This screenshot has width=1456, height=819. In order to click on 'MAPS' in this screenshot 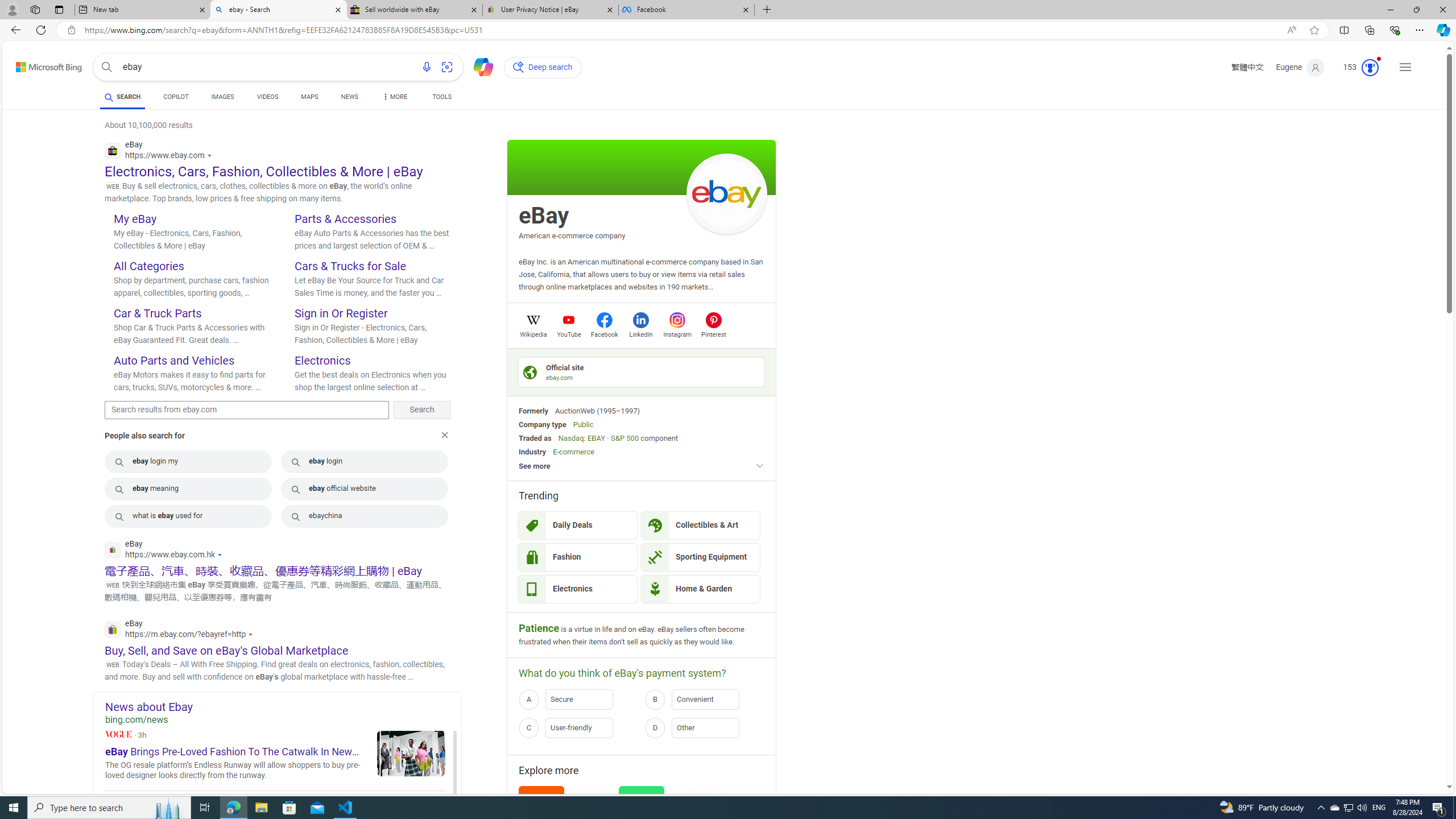, I will do `click(310, 98)`.